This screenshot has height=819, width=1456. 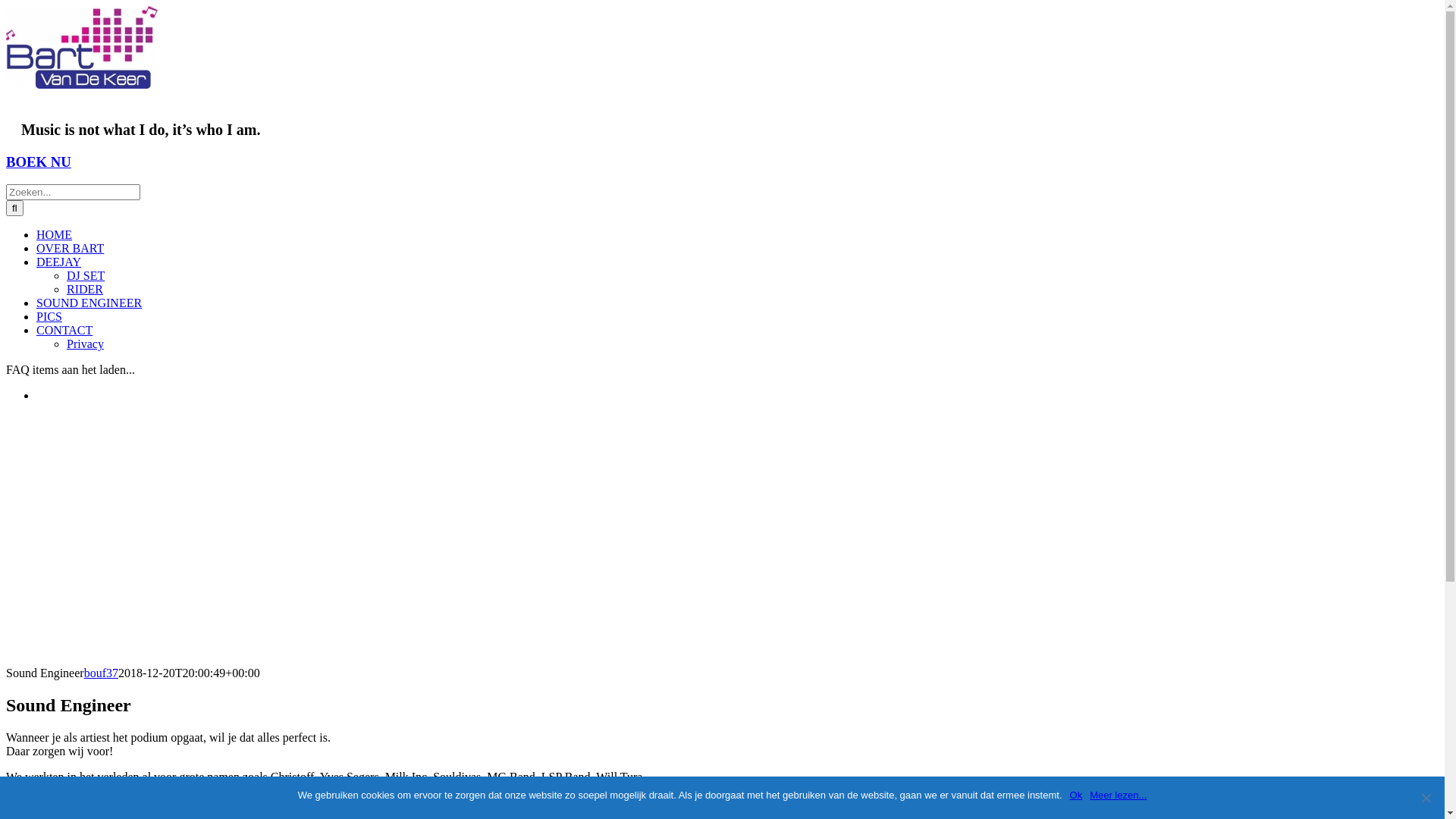 What do you see at coordinates (85, 275) in the screenshot?
I see `'DJ SET'` at bounding box center [85, 275].